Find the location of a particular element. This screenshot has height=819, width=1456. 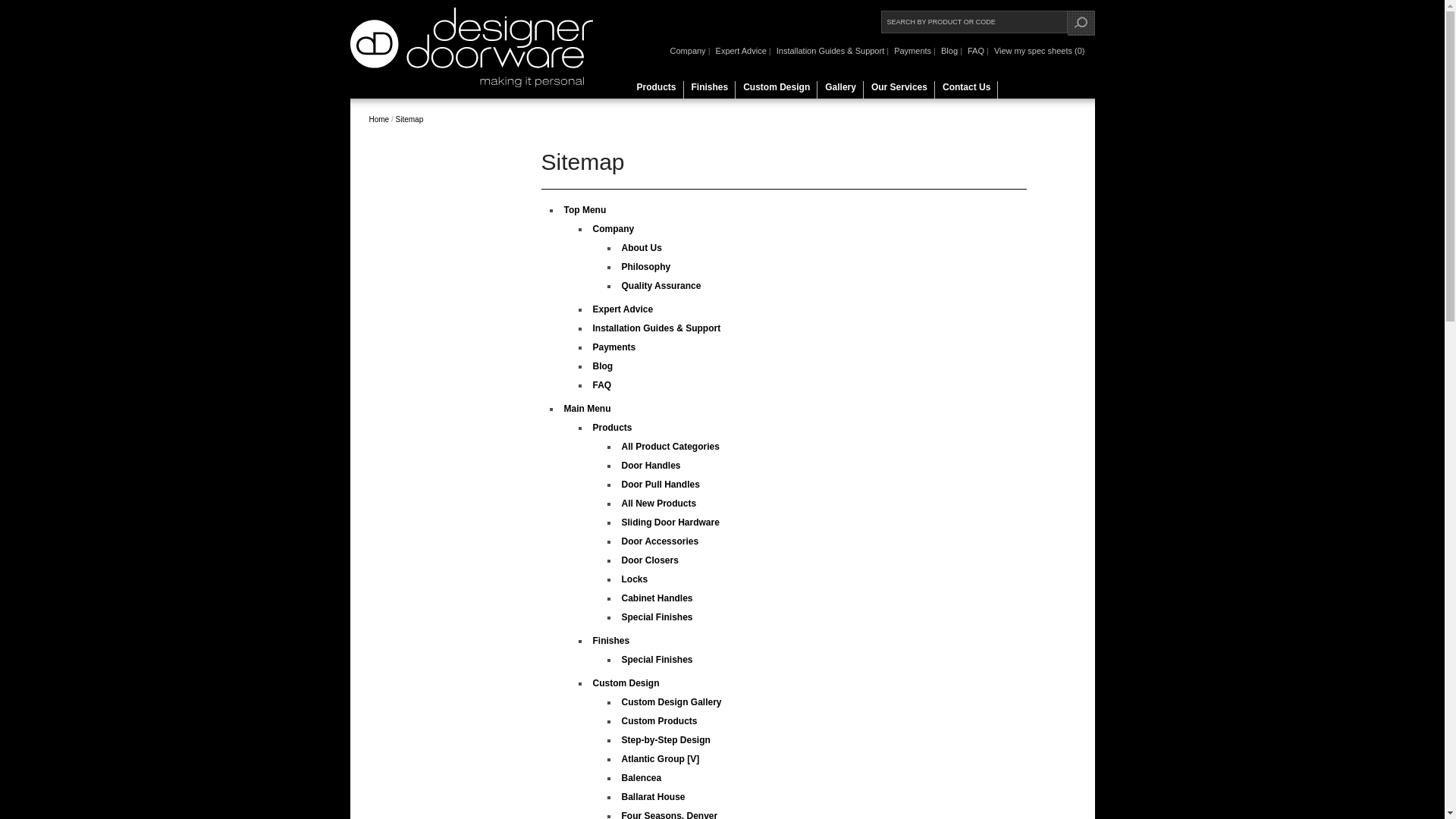

'Installation Guides & Support' is located at coordinates (829, 49).